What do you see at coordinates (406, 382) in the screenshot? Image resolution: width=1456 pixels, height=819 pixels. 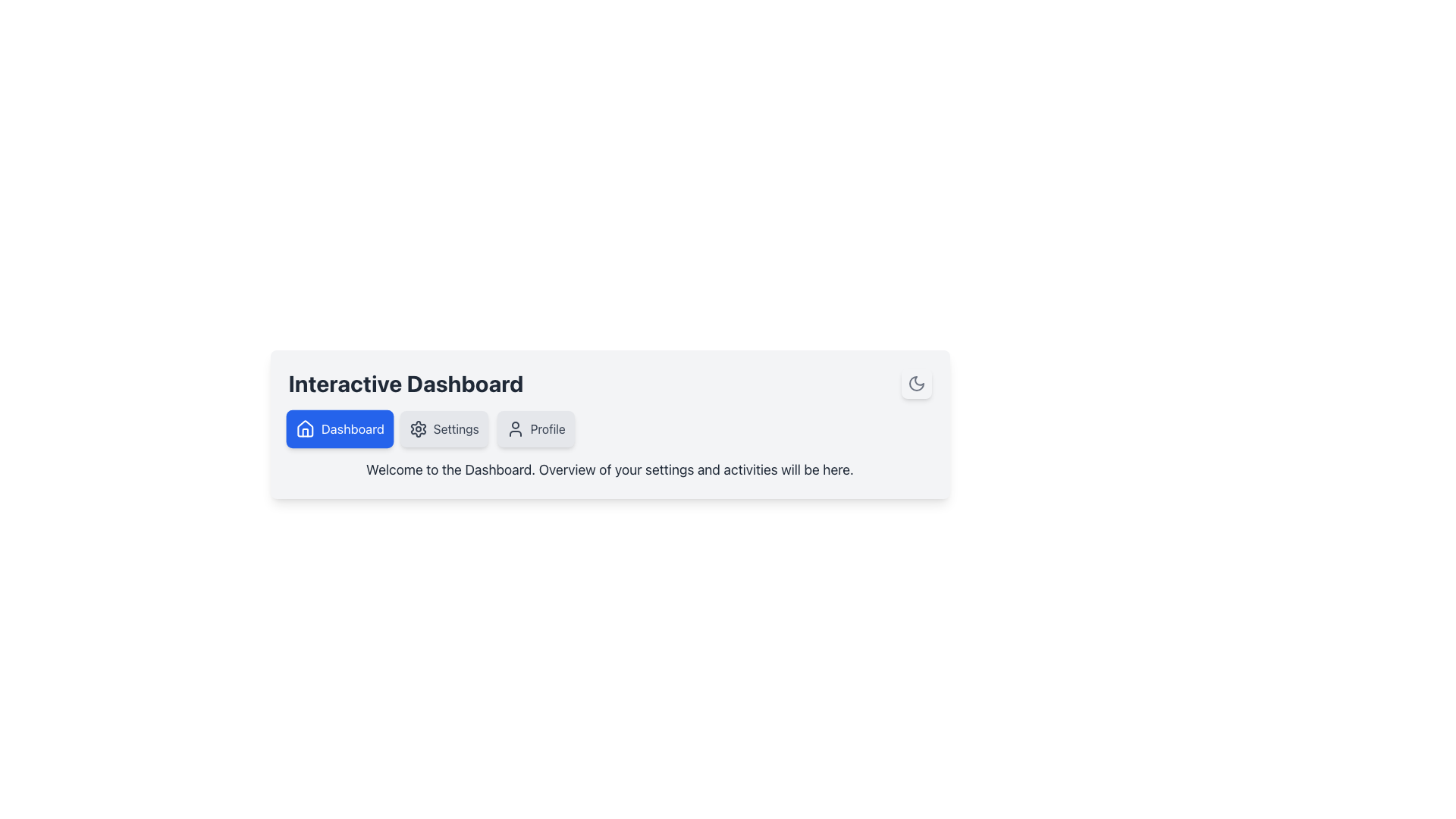 I see `the bold text 'Interactive Dashboard' located in the header section, which is prominently displayed in a large font size and dark color, positioned at the far left side of the interface` at bounding box center [406, 382].